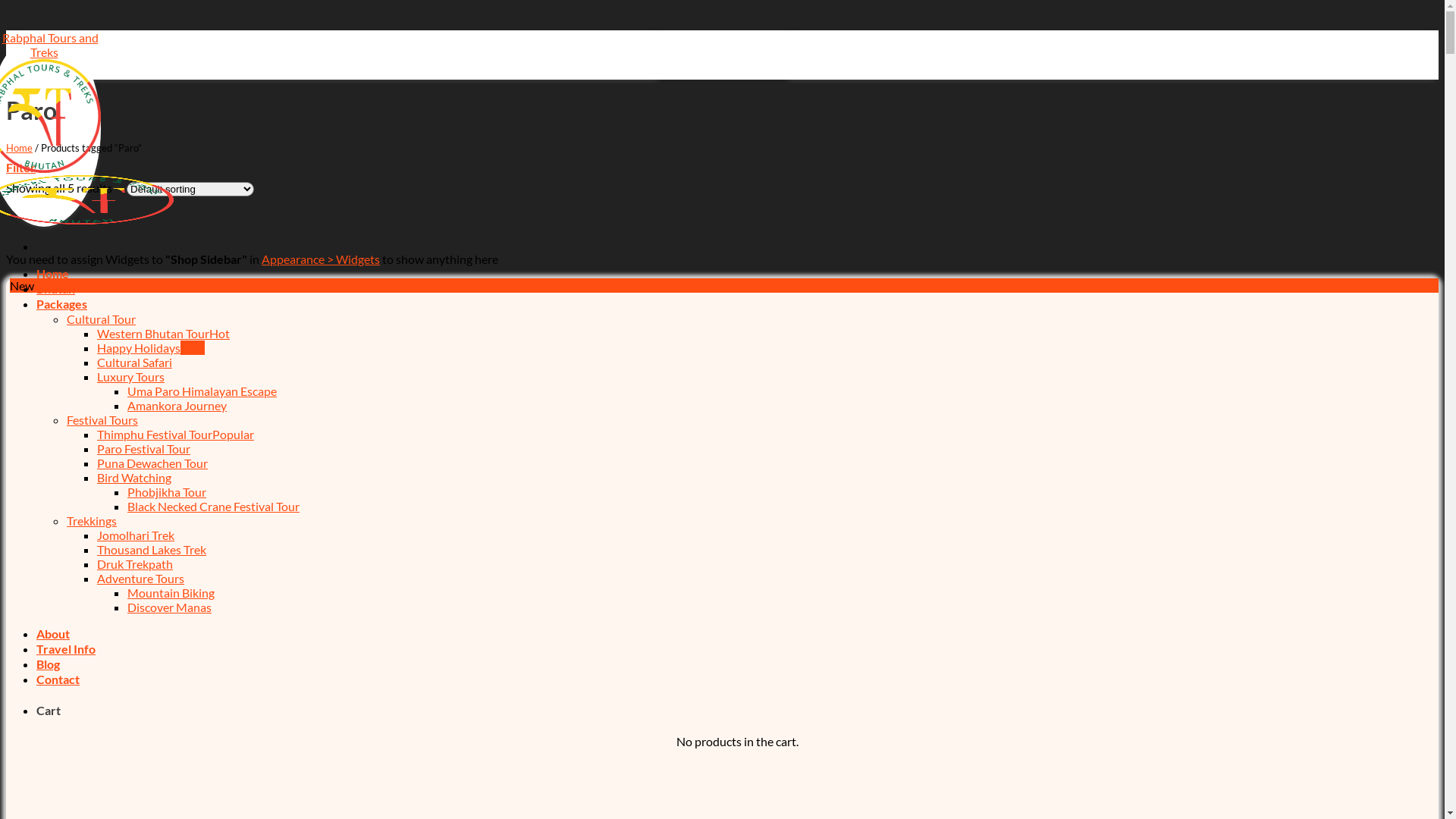 This screenshot has width=1456, height=819. What do you see at coordinates (5, 30) in the screenshot?
I see `'Skip to content'` at bounding box center [5, 30].